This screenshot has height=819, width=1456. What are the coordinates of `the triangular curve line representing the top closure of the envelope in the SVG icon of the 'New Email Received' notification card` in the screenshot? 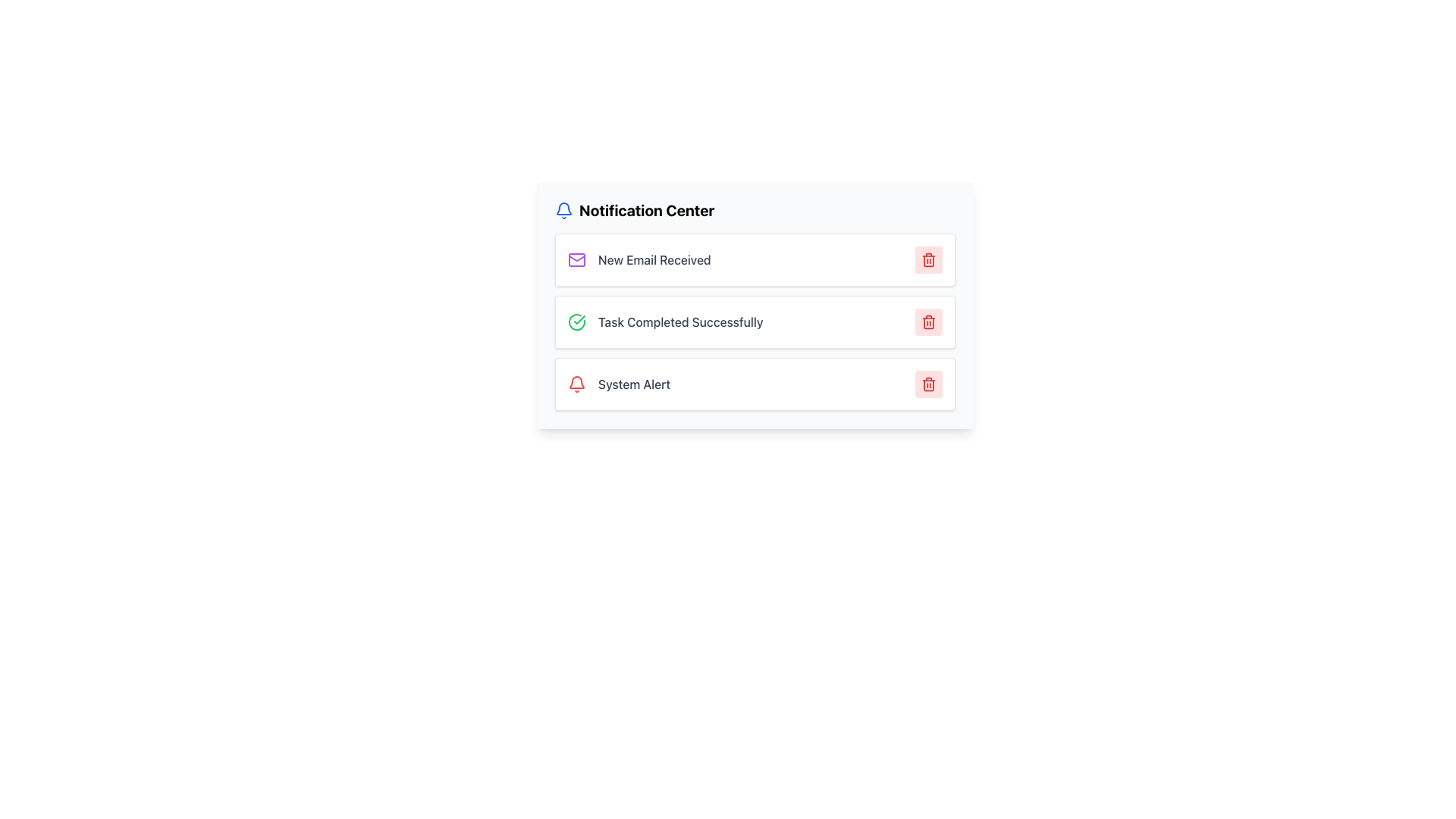 It's located at (576, 256).